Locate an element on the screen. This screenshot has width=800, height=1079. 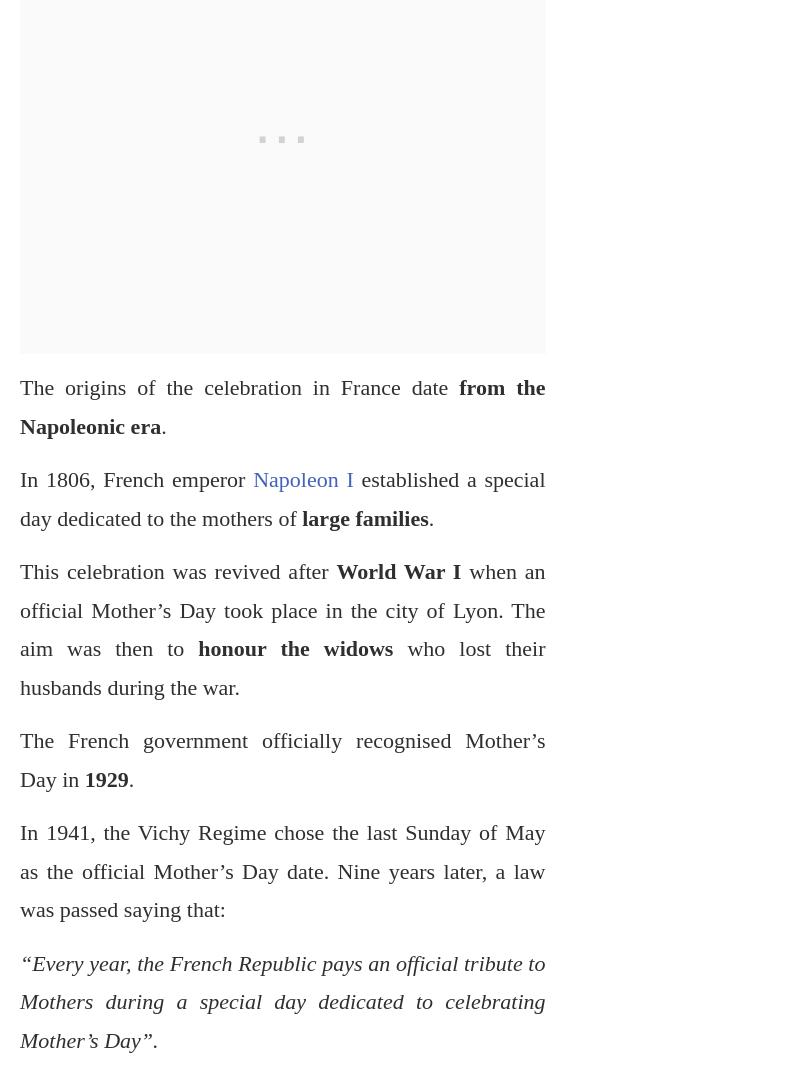
'1929' is located at coordinates (102, 778).